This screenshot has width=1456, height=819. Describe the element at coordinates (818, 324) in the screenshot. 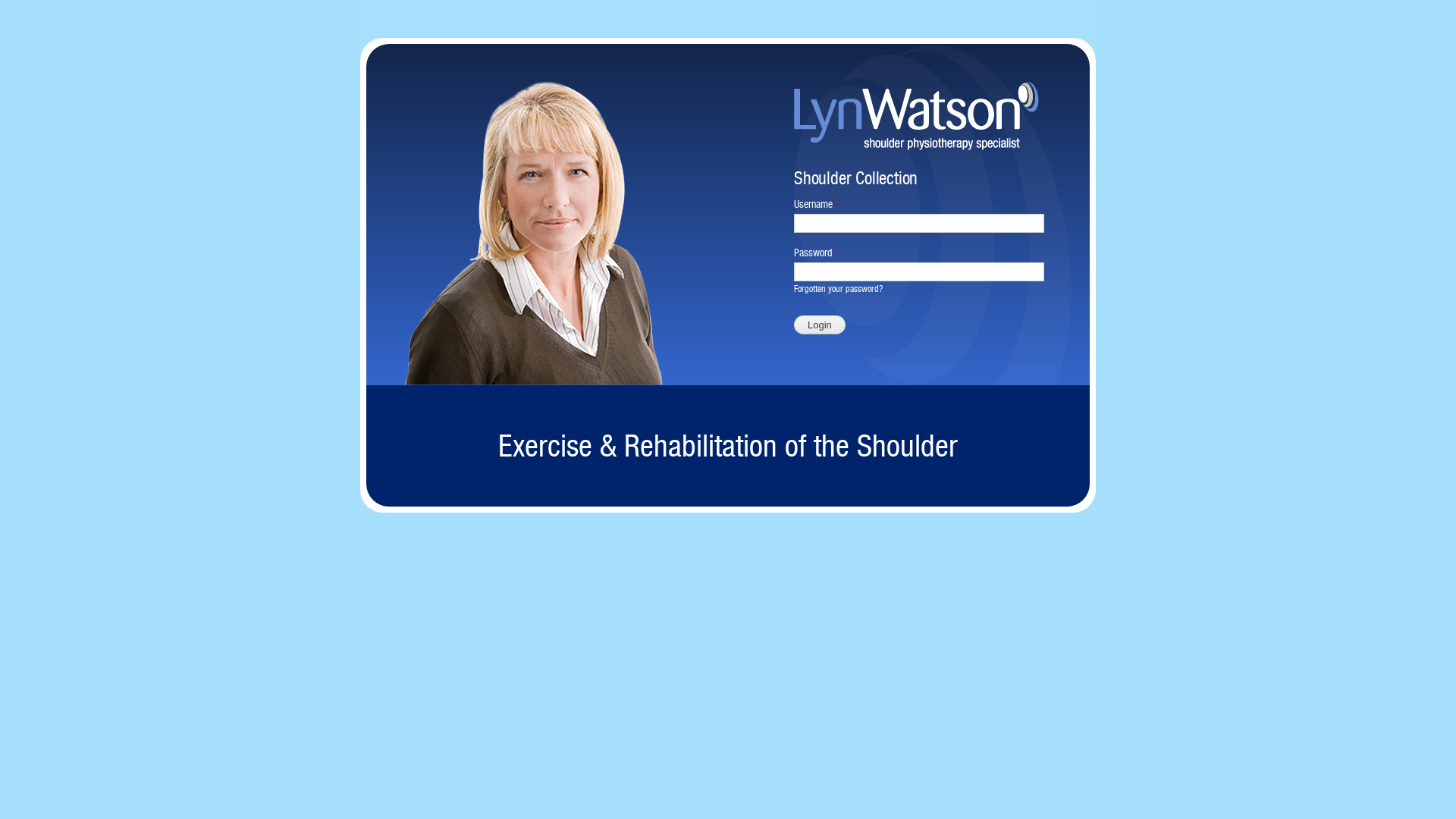

I see `'Login'` at that location.